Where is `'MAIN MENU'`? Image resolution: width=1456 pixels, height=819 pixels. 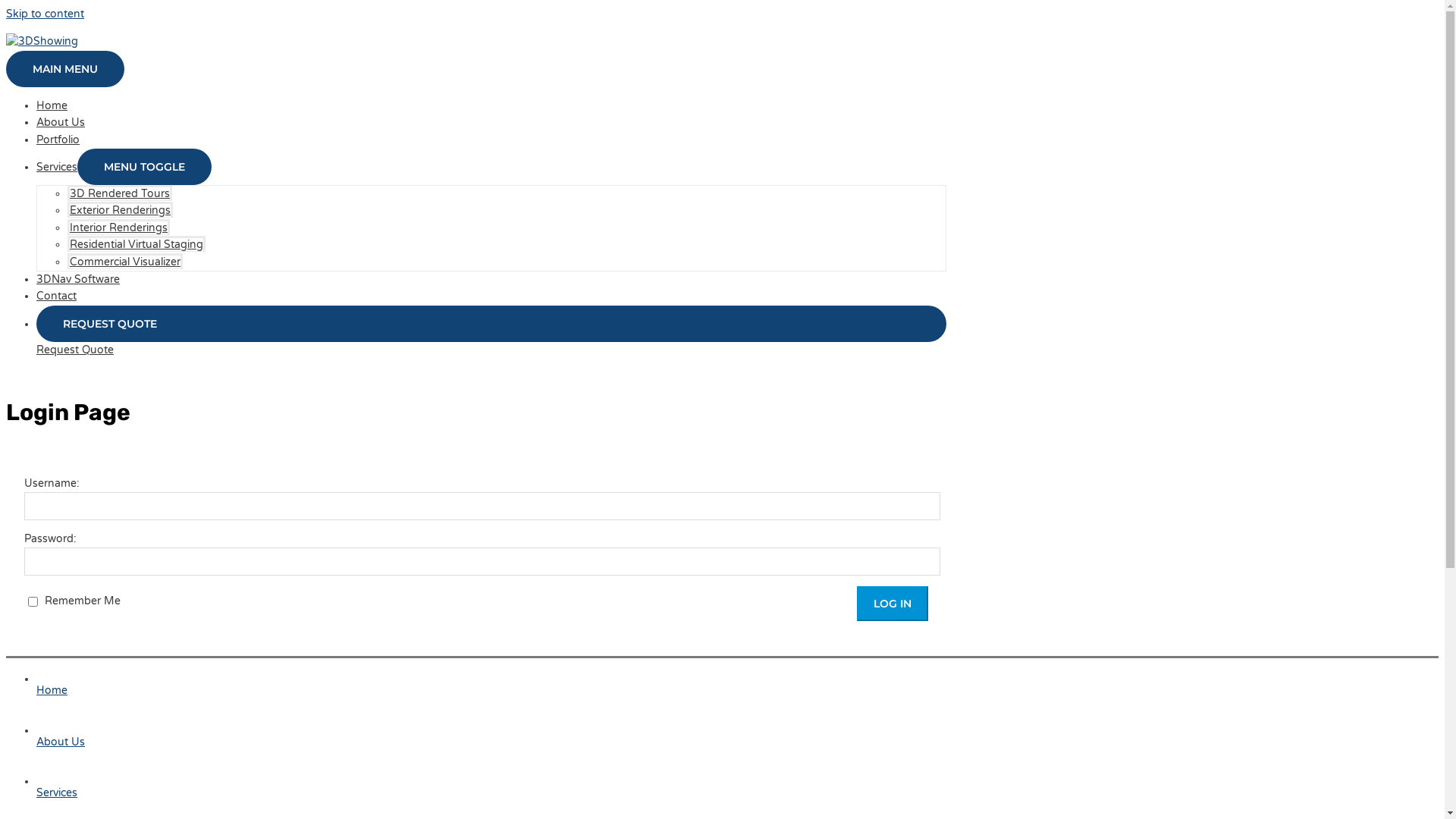
'MAIN MENU' is located at coordinates (64, 69).